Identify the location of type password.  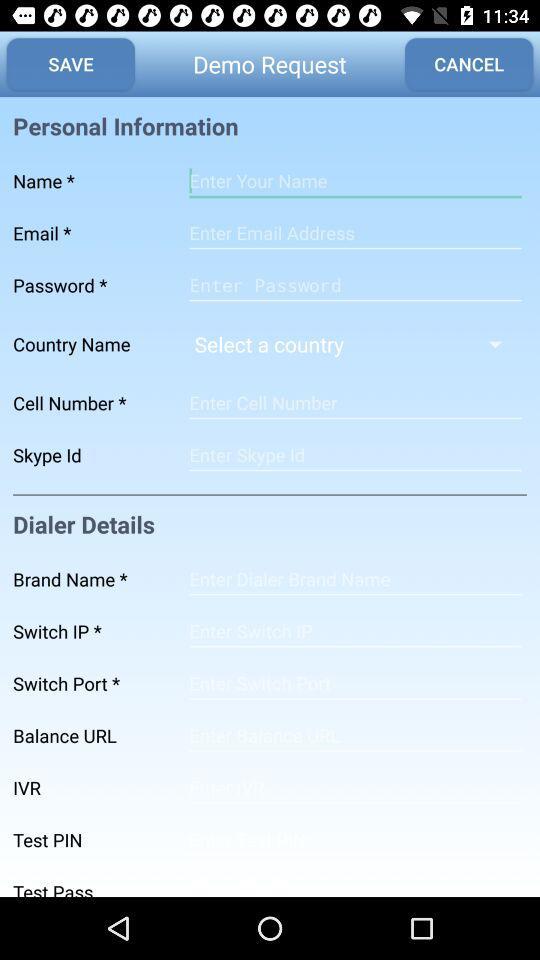
(354, 880).